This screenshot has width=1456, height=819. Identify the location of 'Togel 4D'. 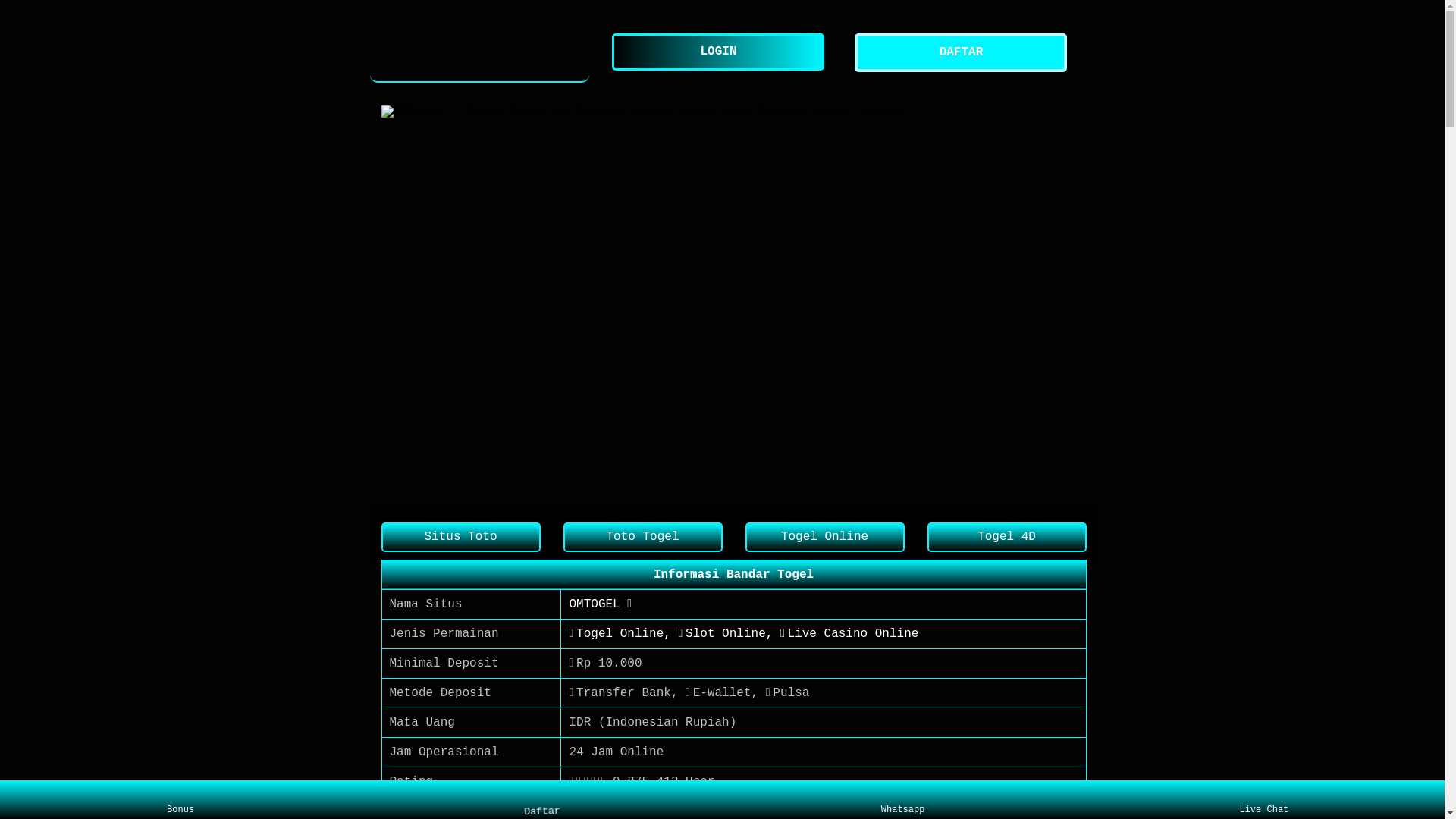
(926, 536).